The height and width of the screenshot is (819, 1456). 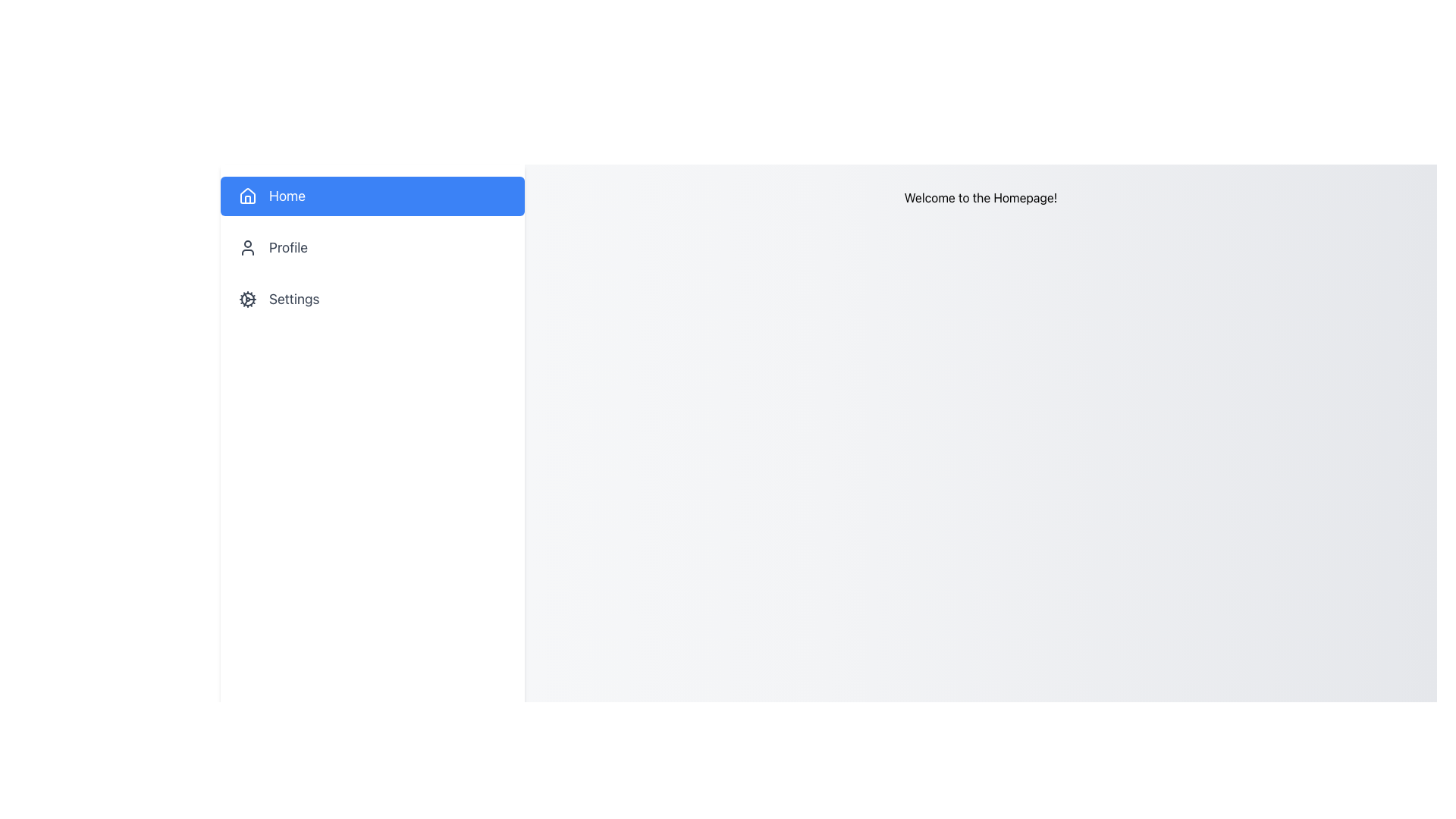 I want to click on the 'Profile' button, which is the second item in the vertical menu on the left, positioned below the 'Home' entry and above the 'Settings' entry, so click(x=372, y=247).